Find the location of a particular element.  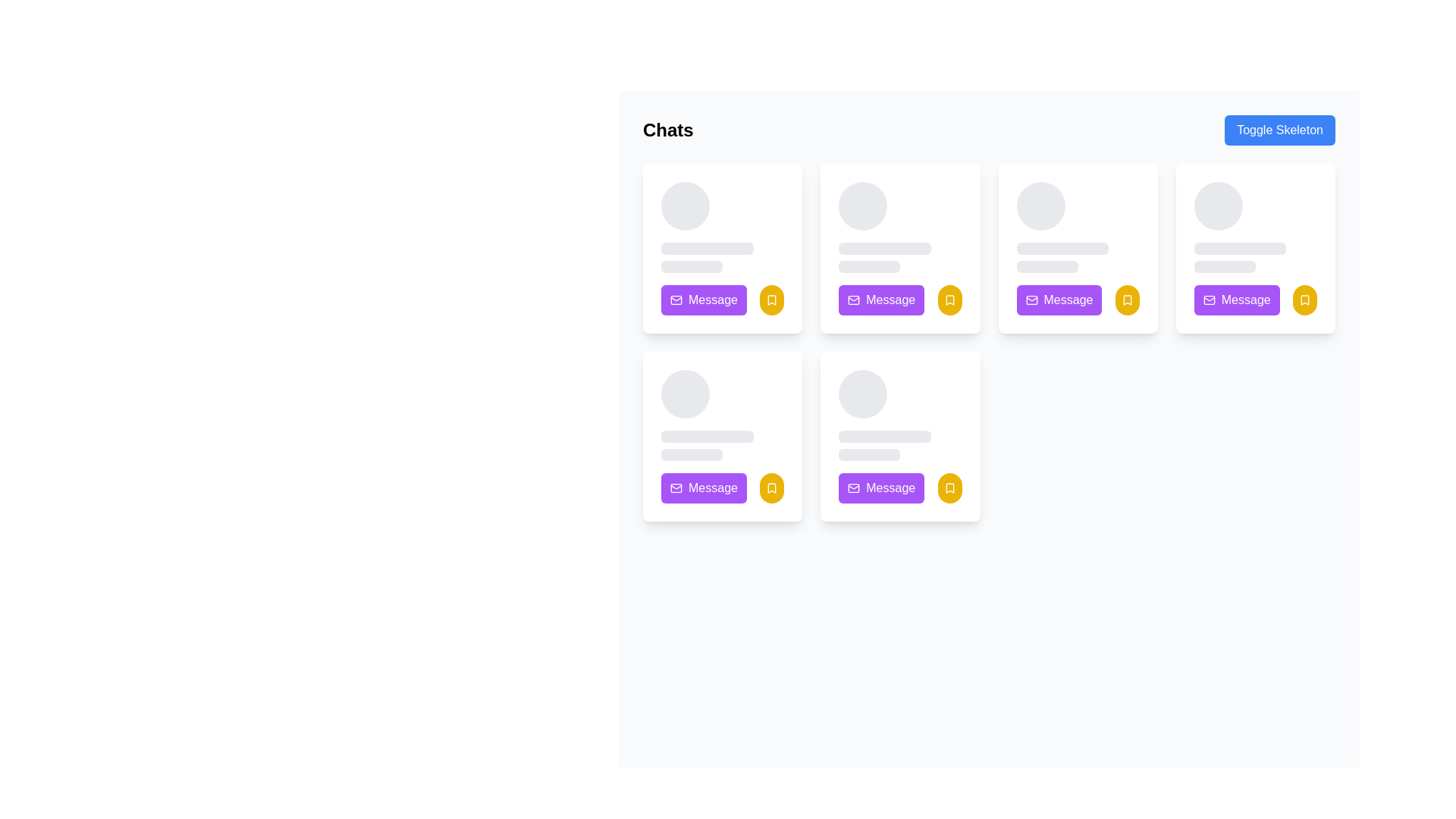

the envelope icon with a purple background located to the left of the 'Message' text is located at coordinates (854, 300).